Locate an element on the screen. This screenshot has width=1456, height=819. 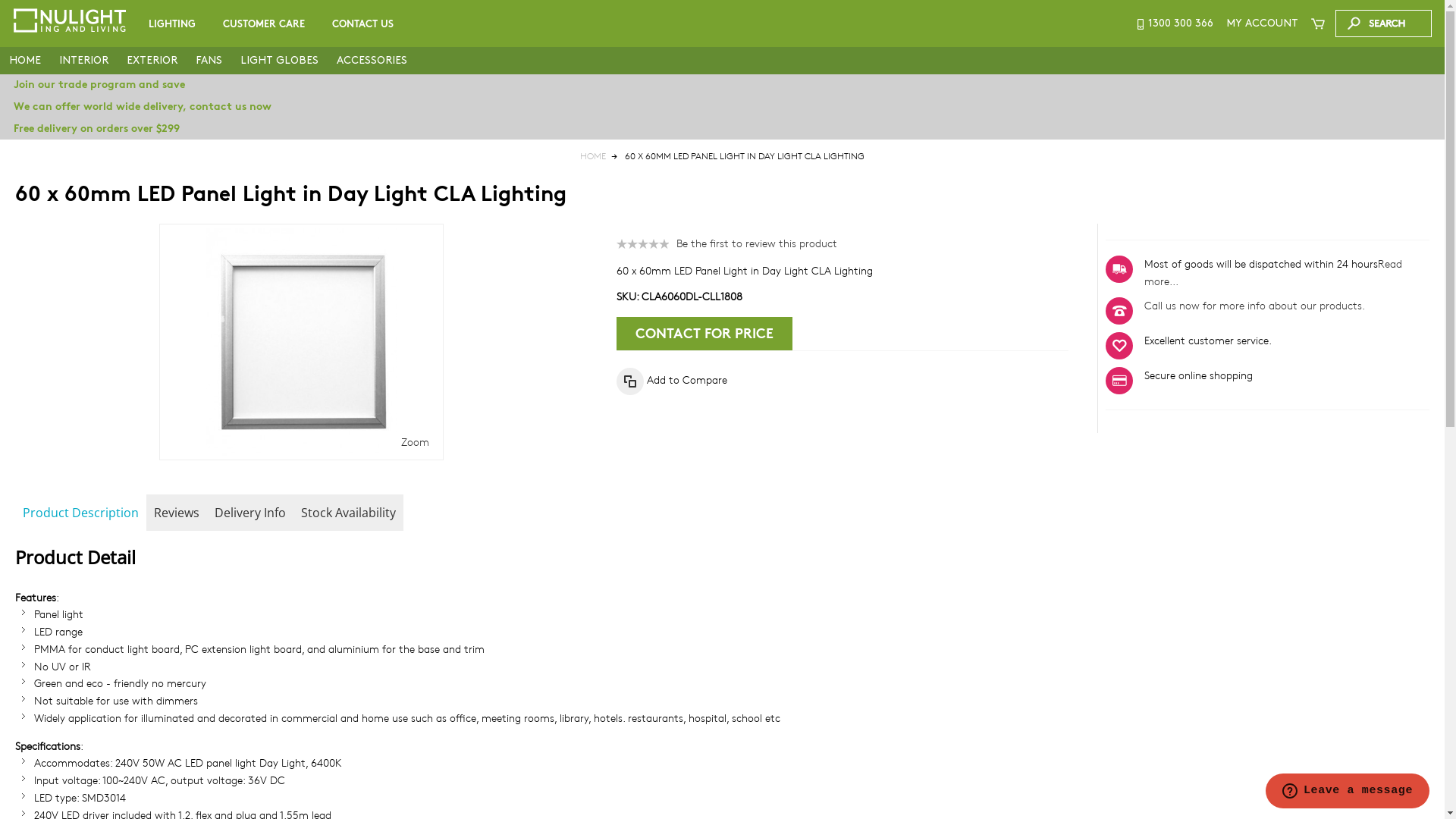
'ACCESSORIES' is located at coordinates (372, 60).